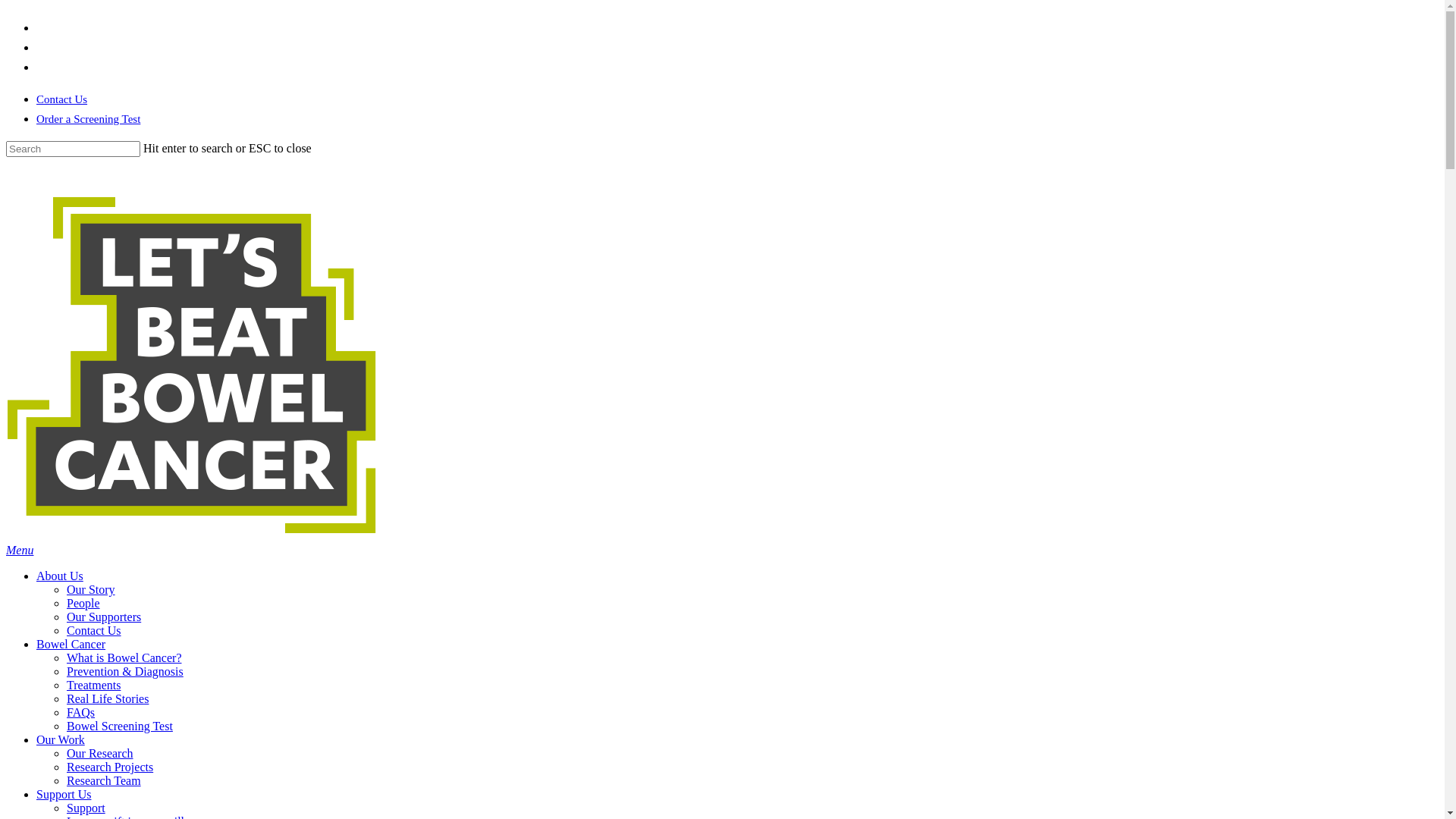  What do you see at coordinates (19, 550) in the screenshot?
I see `'Menu'` at bounding box center [19, 550].